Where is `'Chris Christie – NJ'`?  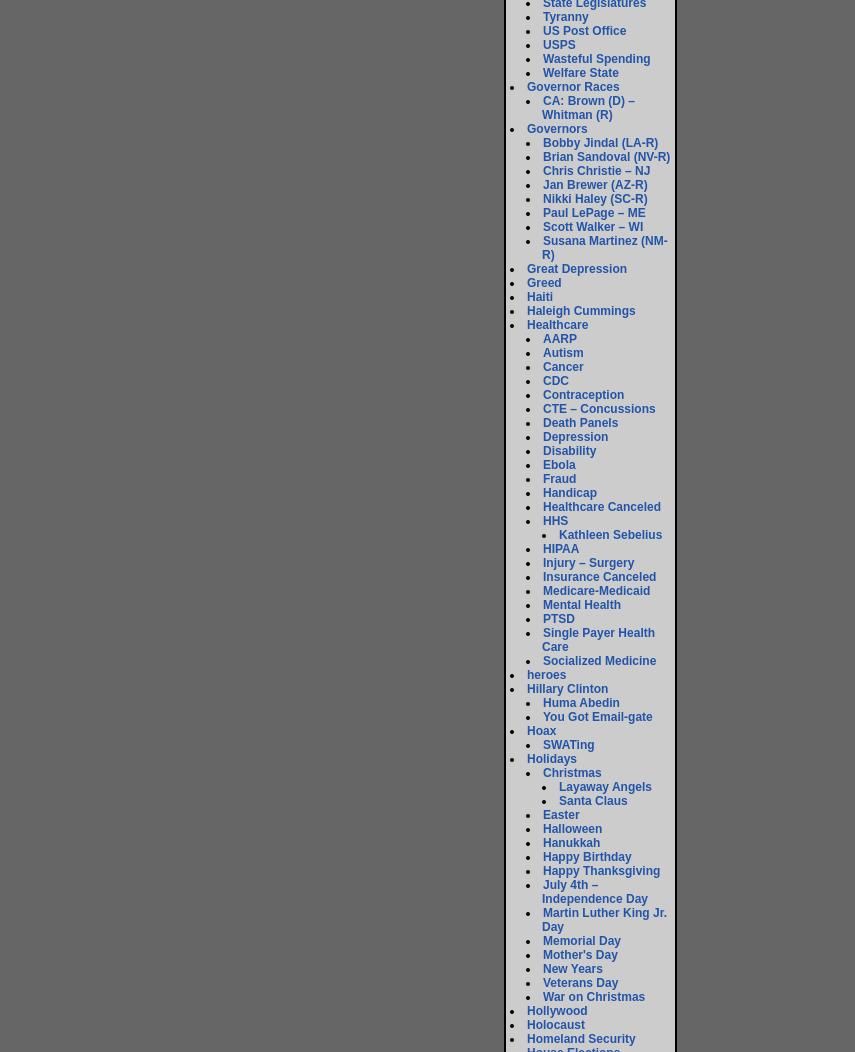
'Chris Christie – NJ' is located at coordinates (596, 169).